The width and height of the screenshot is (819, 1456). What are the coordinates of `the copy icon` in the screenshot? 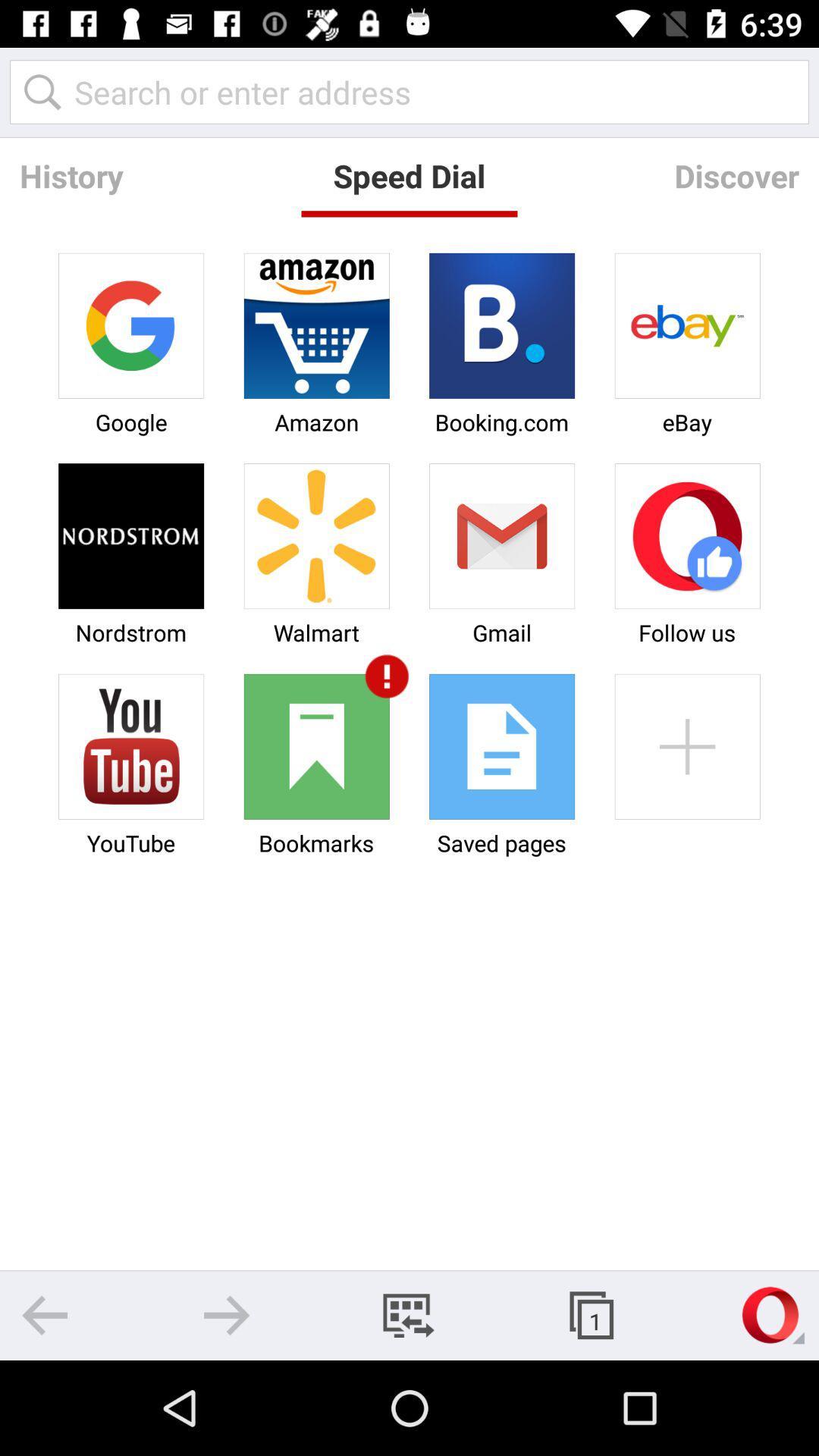 It's located at (590, 1314).